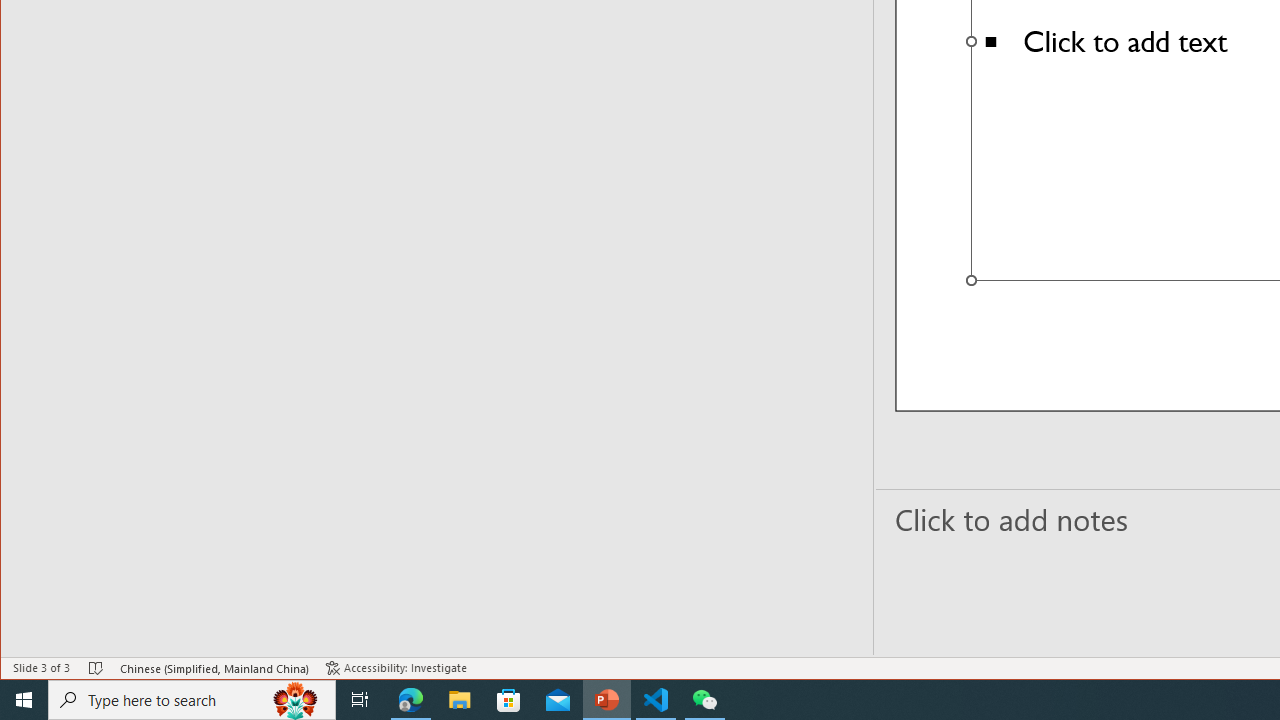 Image resolution: width=1280 pixels, height=720 pixels. Describe the element at coordinates (656, 698) in the screenshot. I see `'Visual Studio Code - 1 running window'` at that location.